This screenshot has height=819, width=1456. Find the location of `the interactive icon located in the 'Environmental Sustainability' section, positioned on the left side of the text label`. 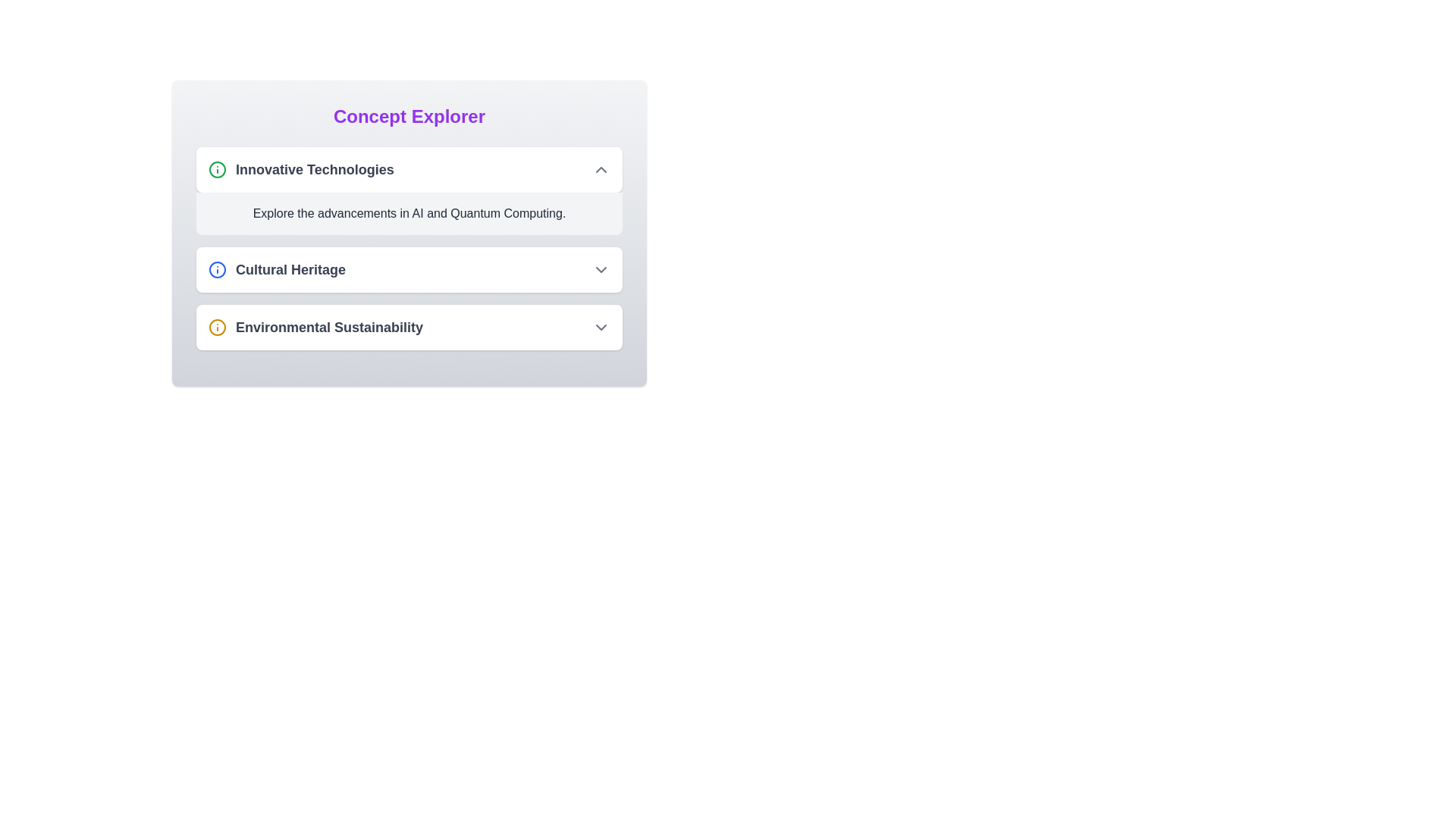

the interactive icon located in the 'Environmental Sustainability' section, positioned on the left side of the text label is located at coordinates (217, 327).